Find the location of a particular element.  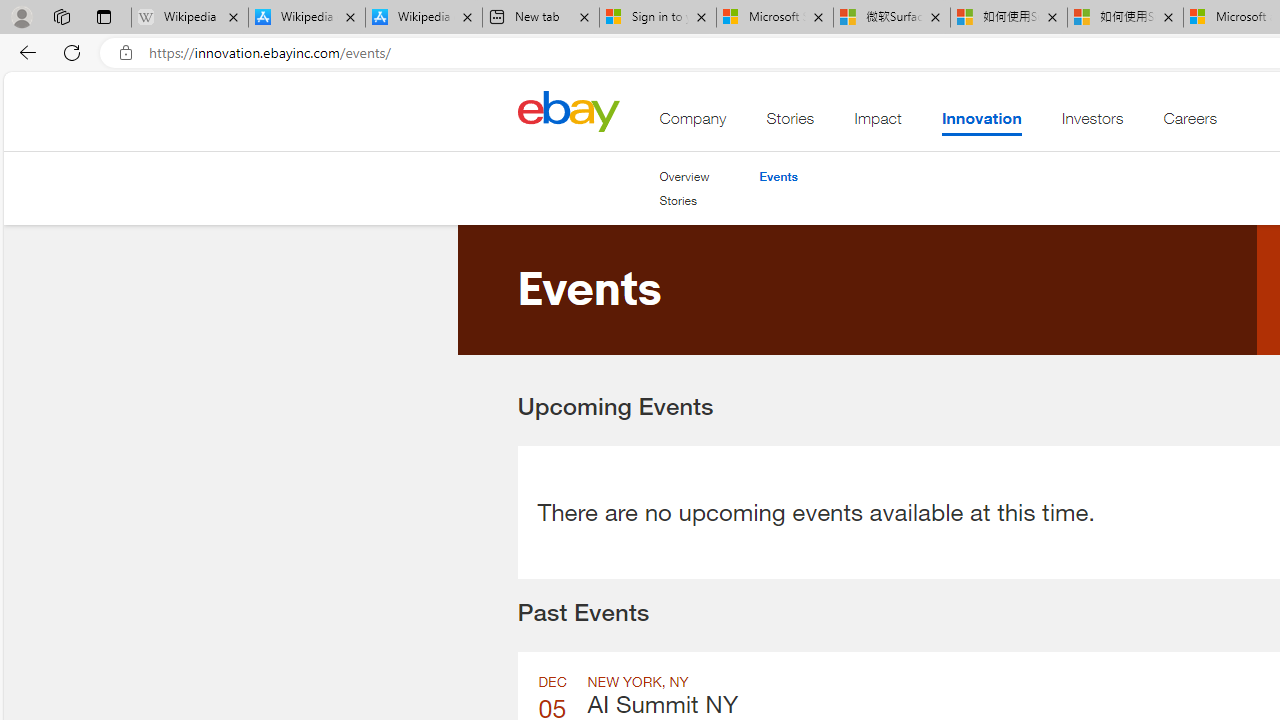

'Company' is located at coordinates (693, 123).